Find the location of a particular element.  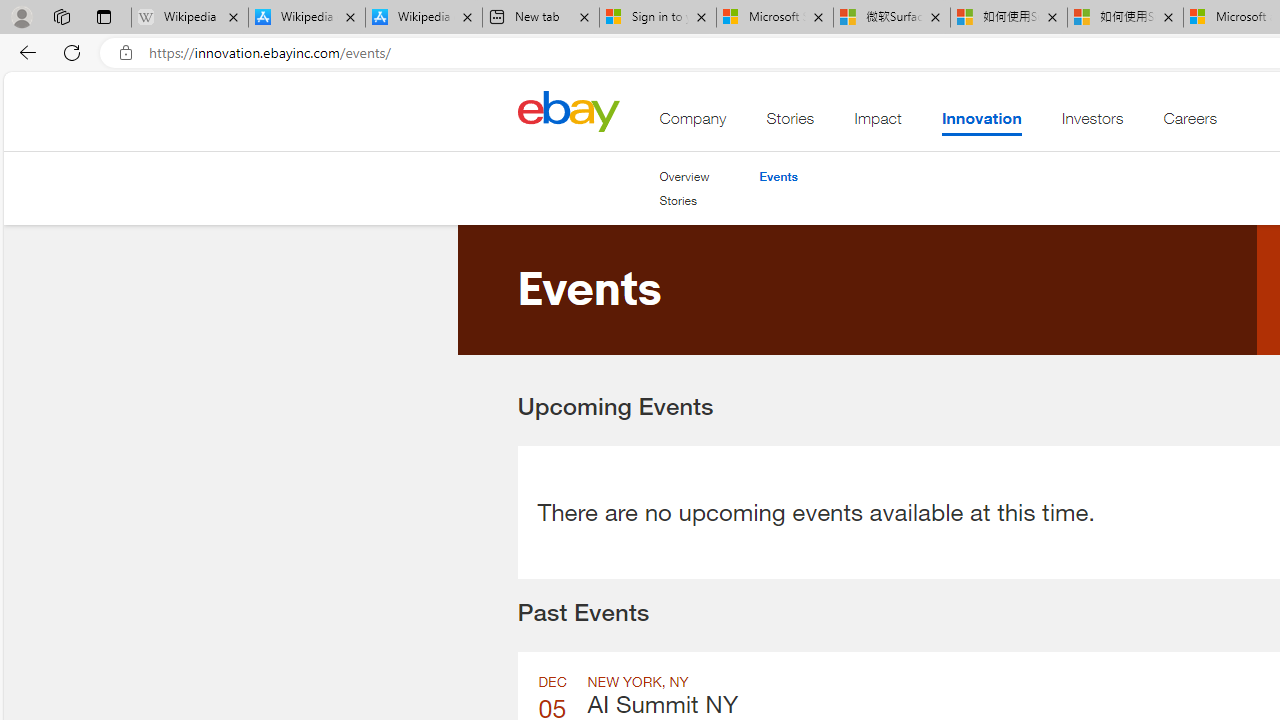

'Company' is located at coordinates (693, 123).